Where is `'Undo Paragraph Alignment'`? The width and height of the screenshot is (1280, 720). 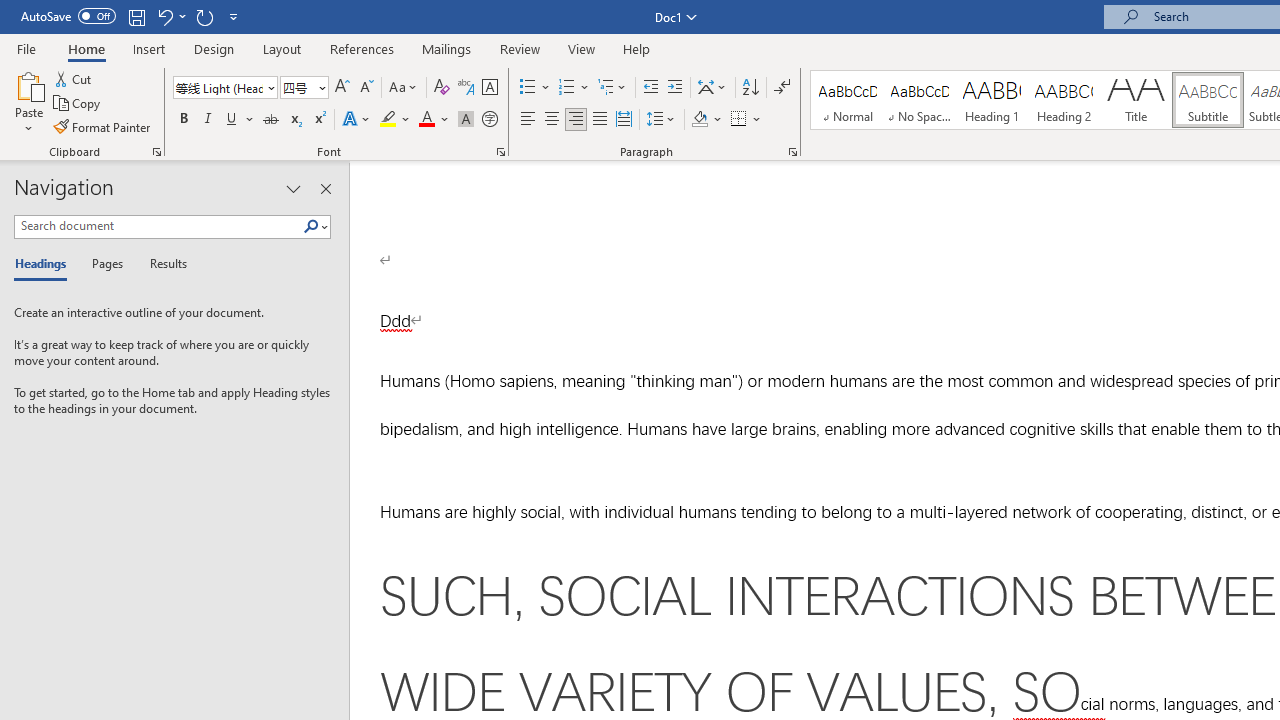
'Undo Paragraph Alignment' is located at coordinates (164, 16).